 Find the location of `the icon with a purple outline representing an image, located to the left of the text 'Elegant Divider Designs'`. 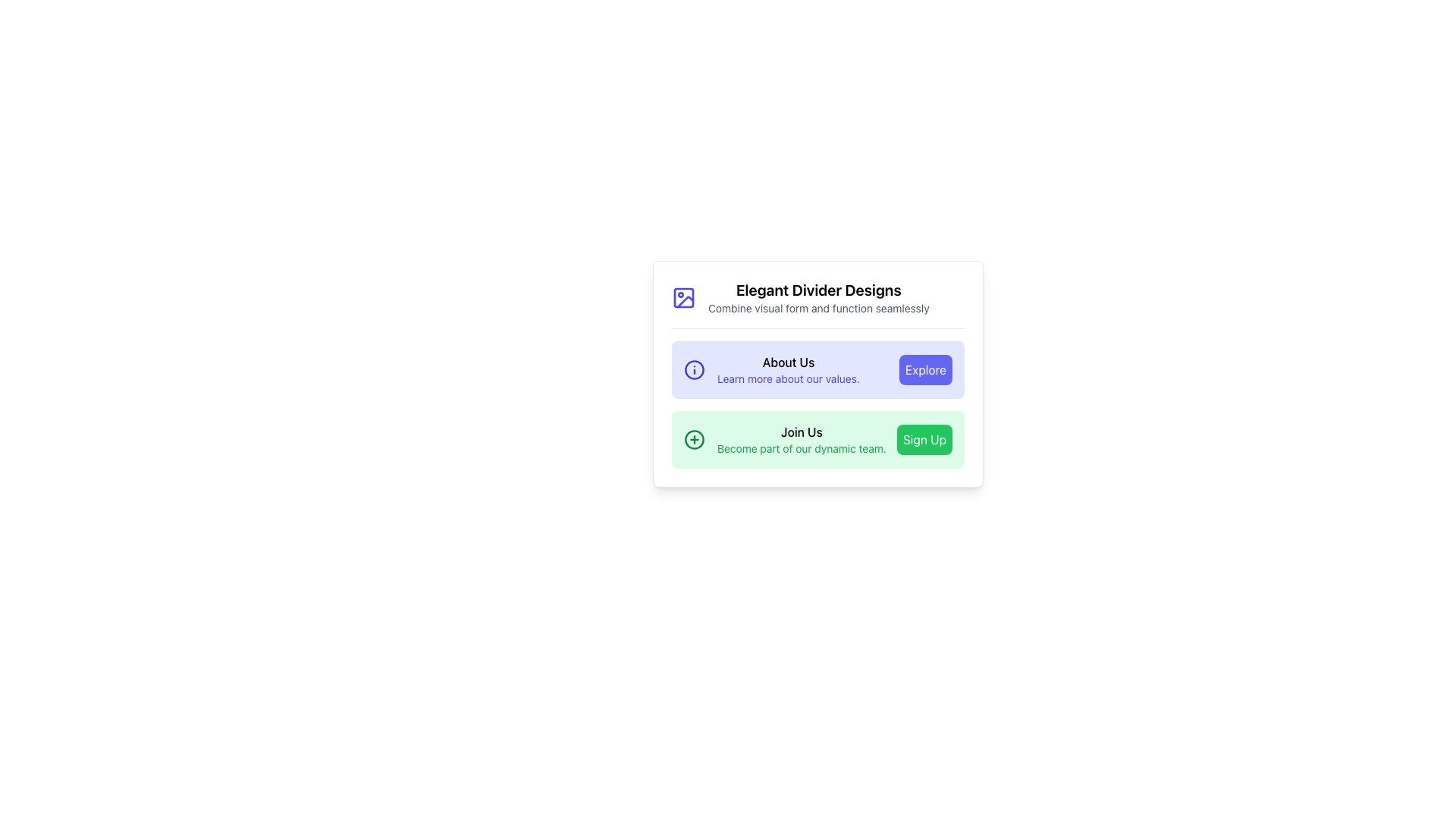

the icon with a purple outline representing an image, located to the left of the text 'Elegant Divider Designs' is located at coordinates (683, 298).